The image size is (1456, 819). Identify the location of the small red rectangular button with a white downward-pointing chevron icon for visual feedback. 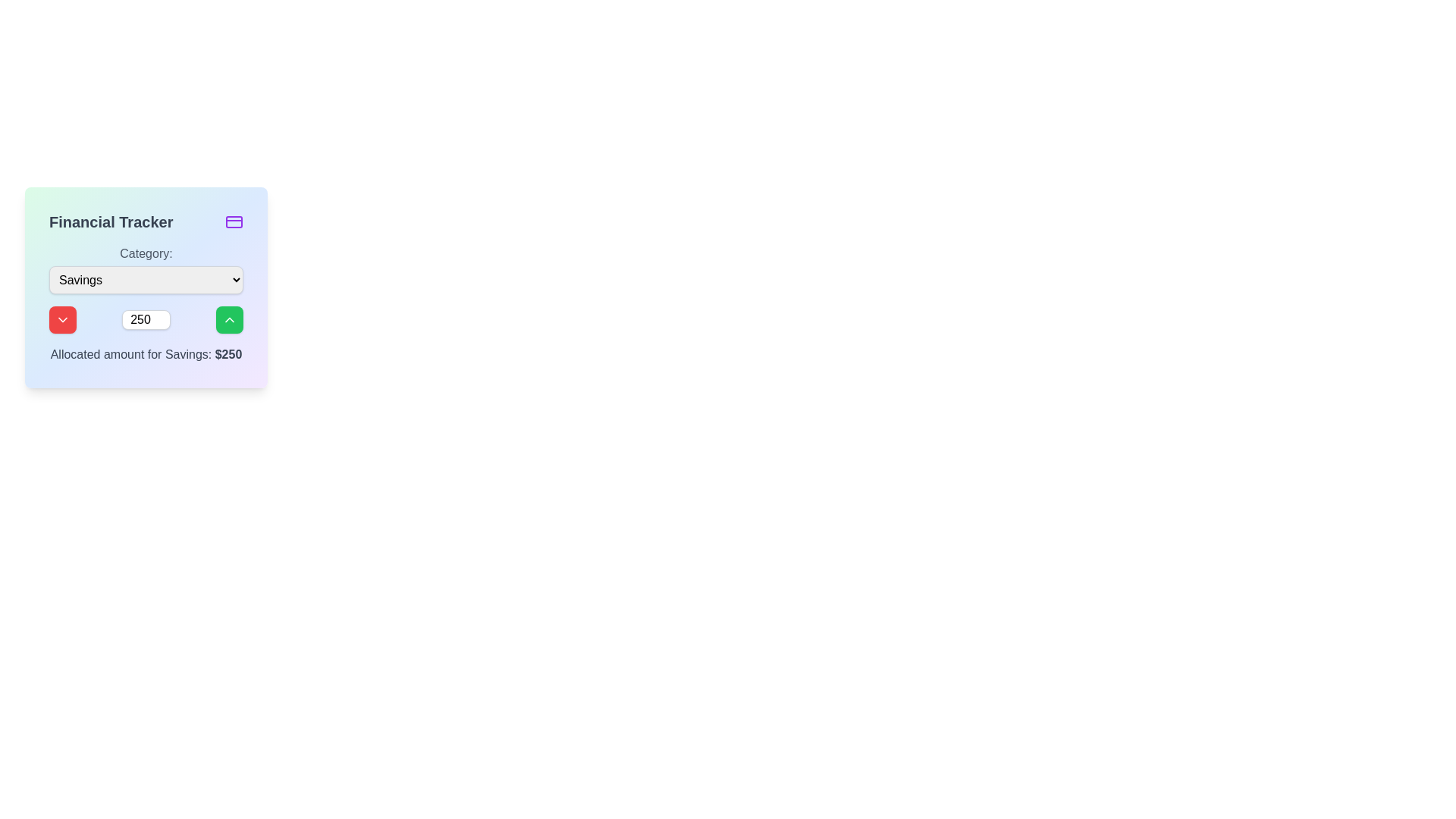
(61, 318).